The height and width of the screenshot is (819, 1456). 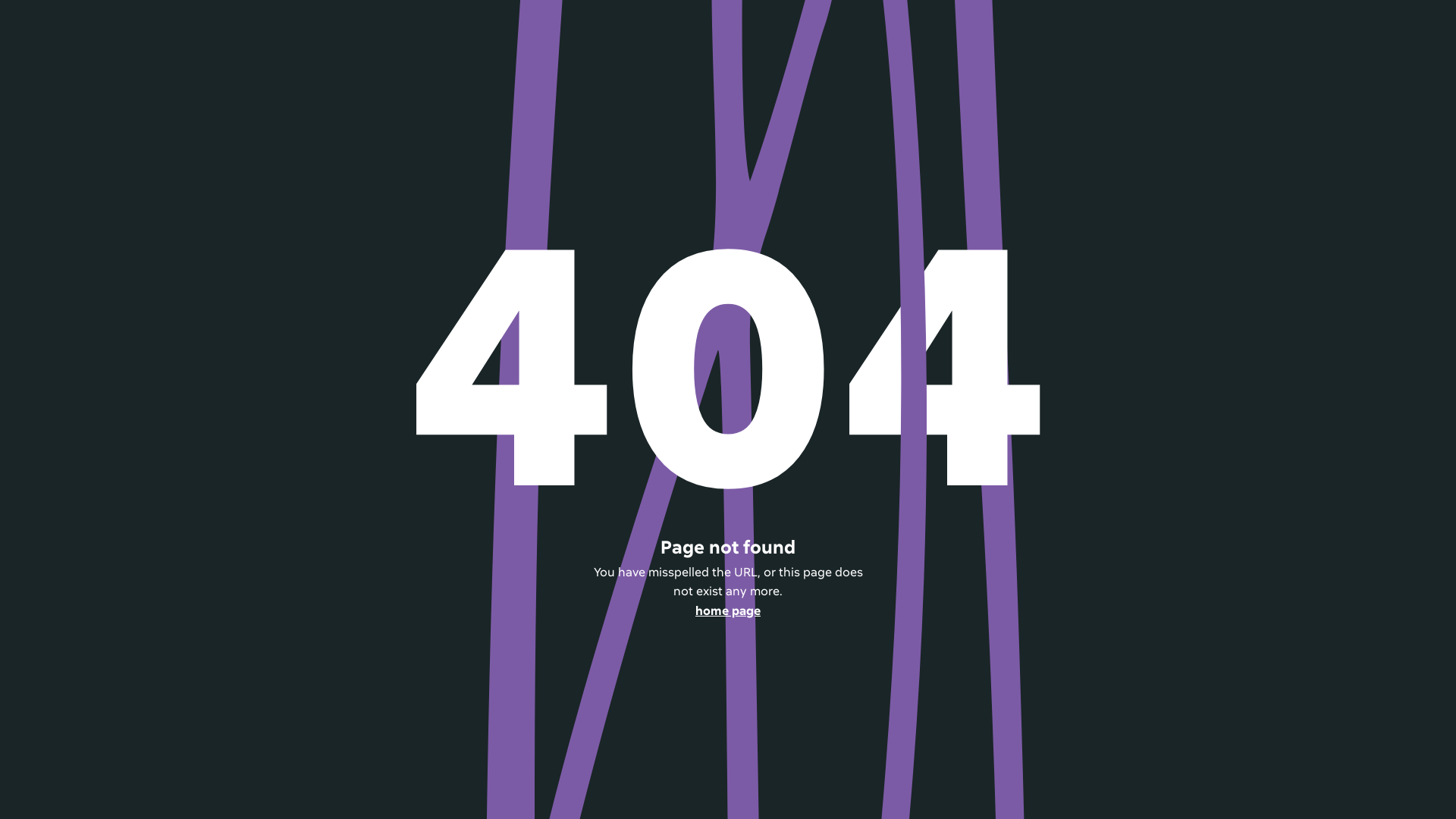 What do you see at coordinates (726, 610) in the screenshot?
I see `'home page'` at bounding box center [726, 610].